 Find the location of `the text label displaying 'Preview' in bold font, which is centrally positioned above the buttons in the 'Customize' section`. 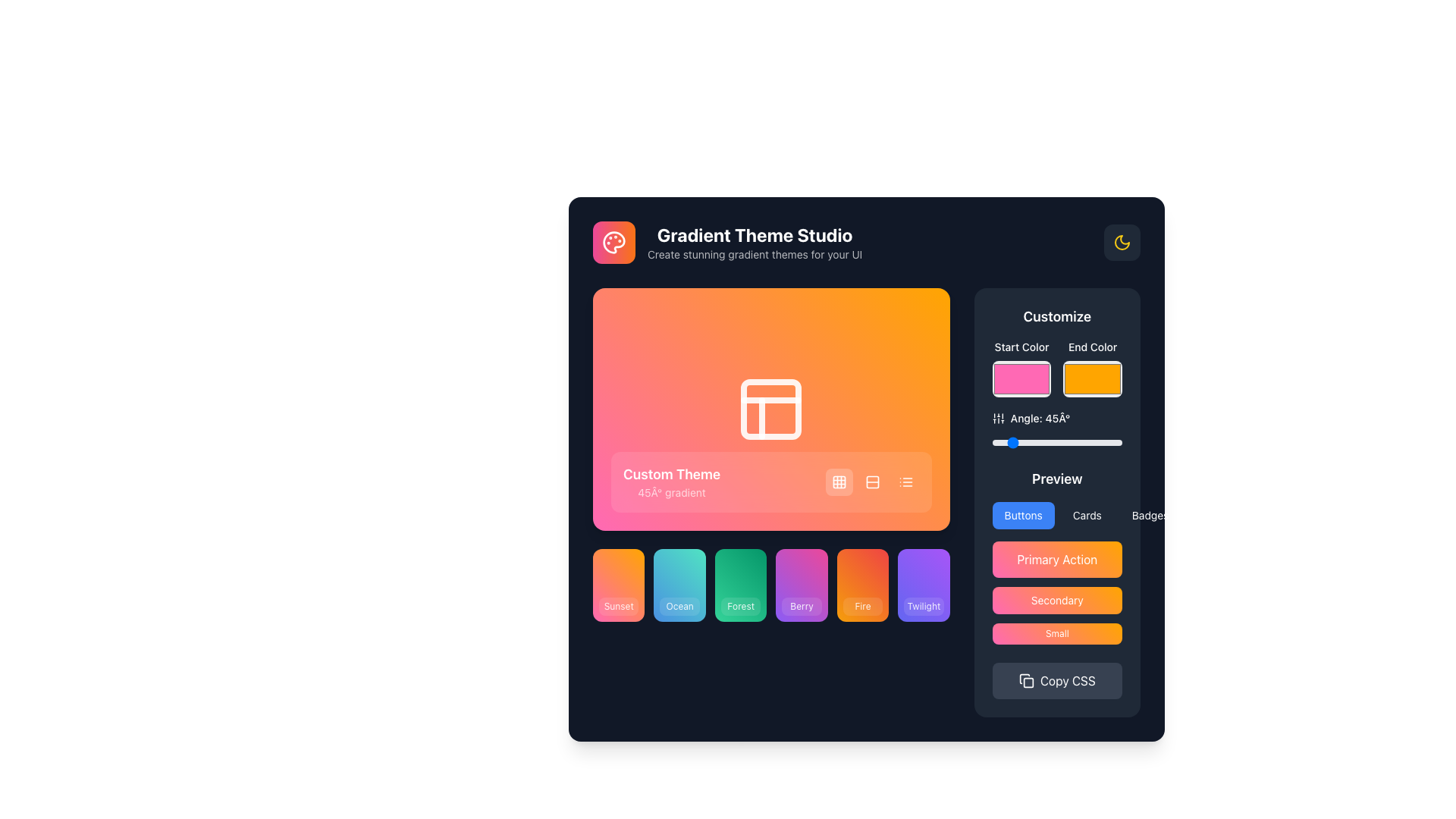

the text label displaying 'Preview' in bold font, which is centrally positioned above the buttons in the 'Customize' section is located at coordinates (1056, 479).